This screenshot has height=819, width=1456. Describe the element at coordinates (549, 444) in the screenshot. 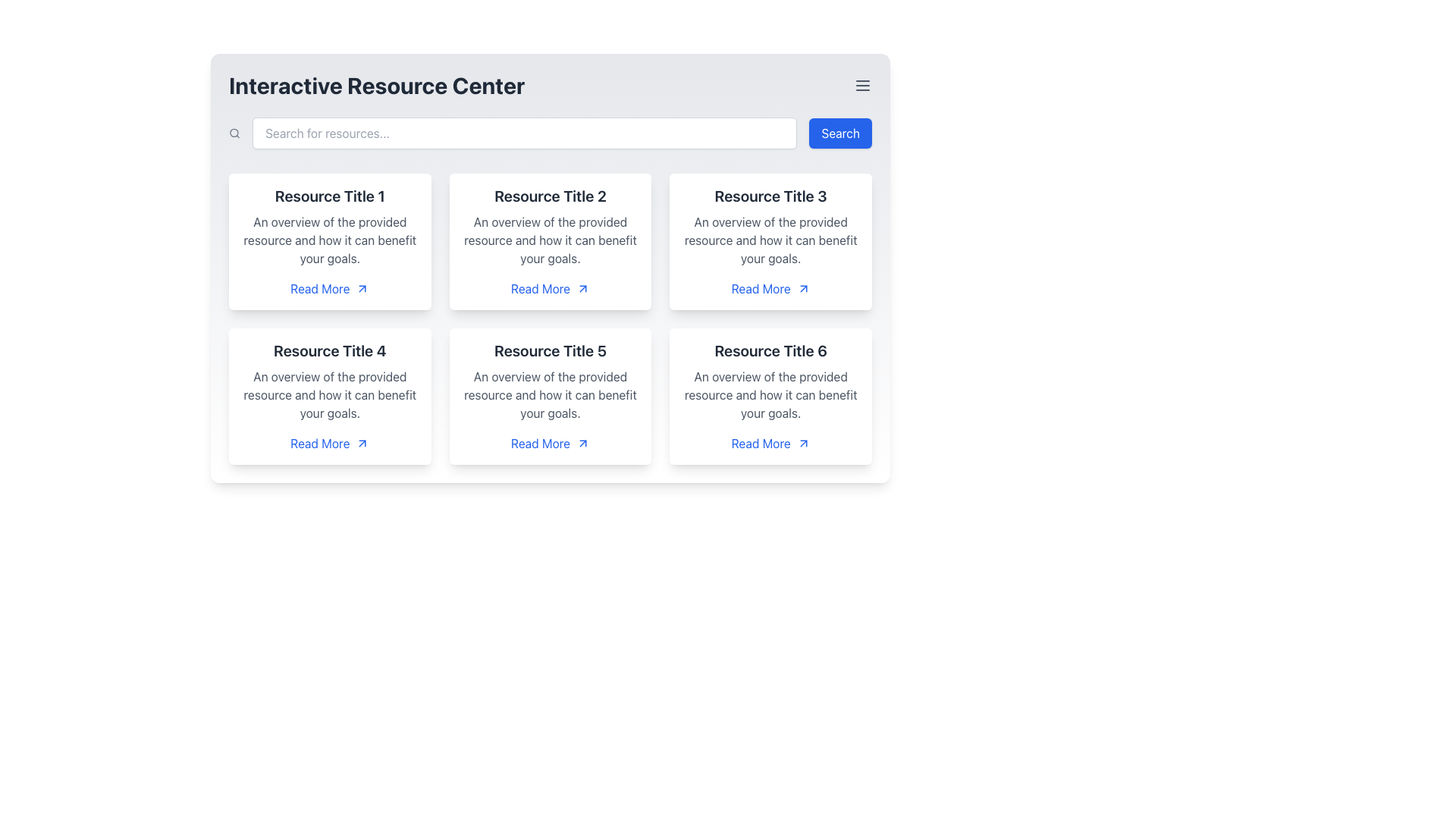

I see `the 'Read More' hyperlink in the card titled 'Resource Title 5'` at that location.